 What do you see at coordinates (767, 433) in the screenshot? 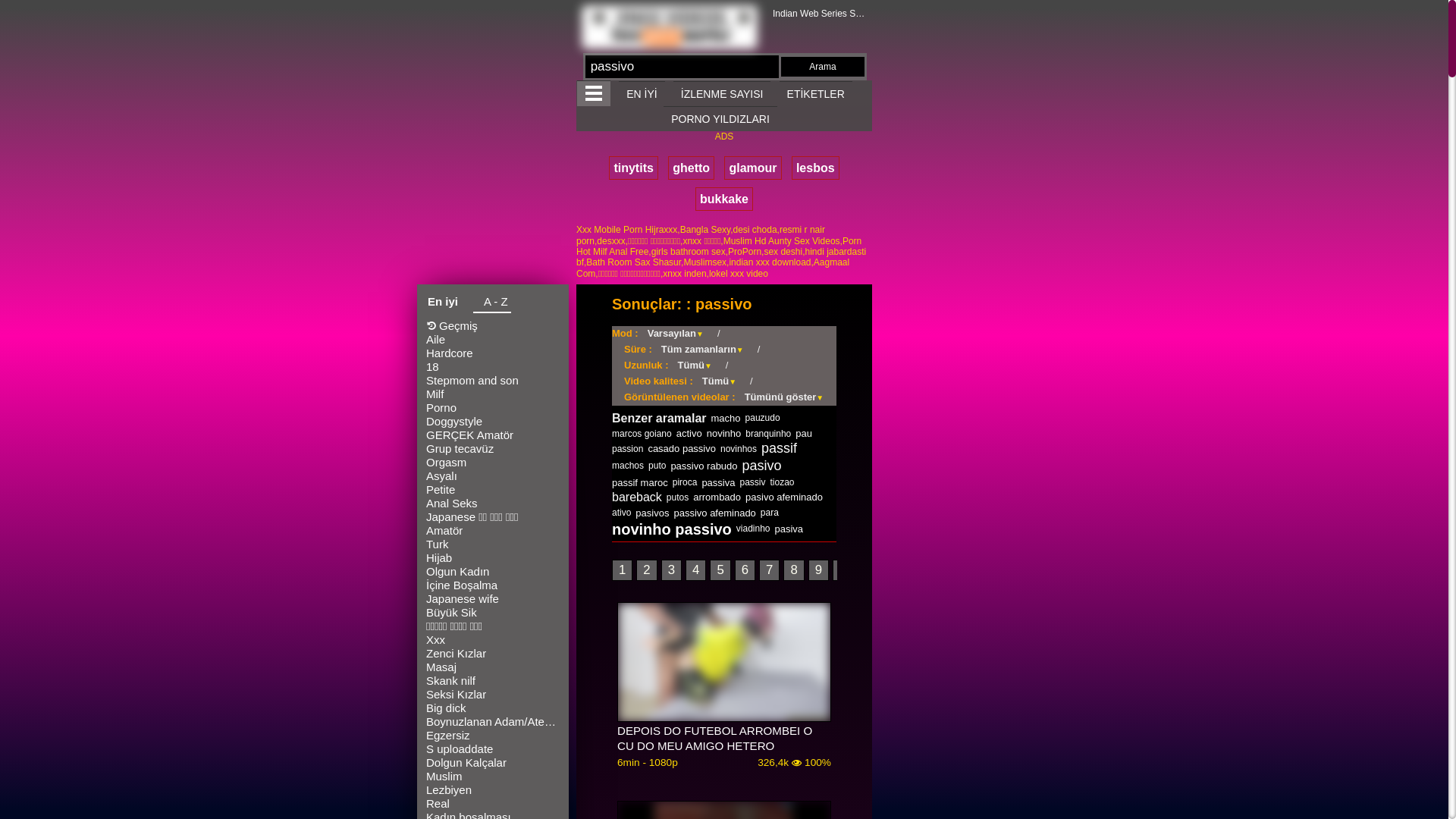
I see `'branquinho'` at bounding box center [767, 433].